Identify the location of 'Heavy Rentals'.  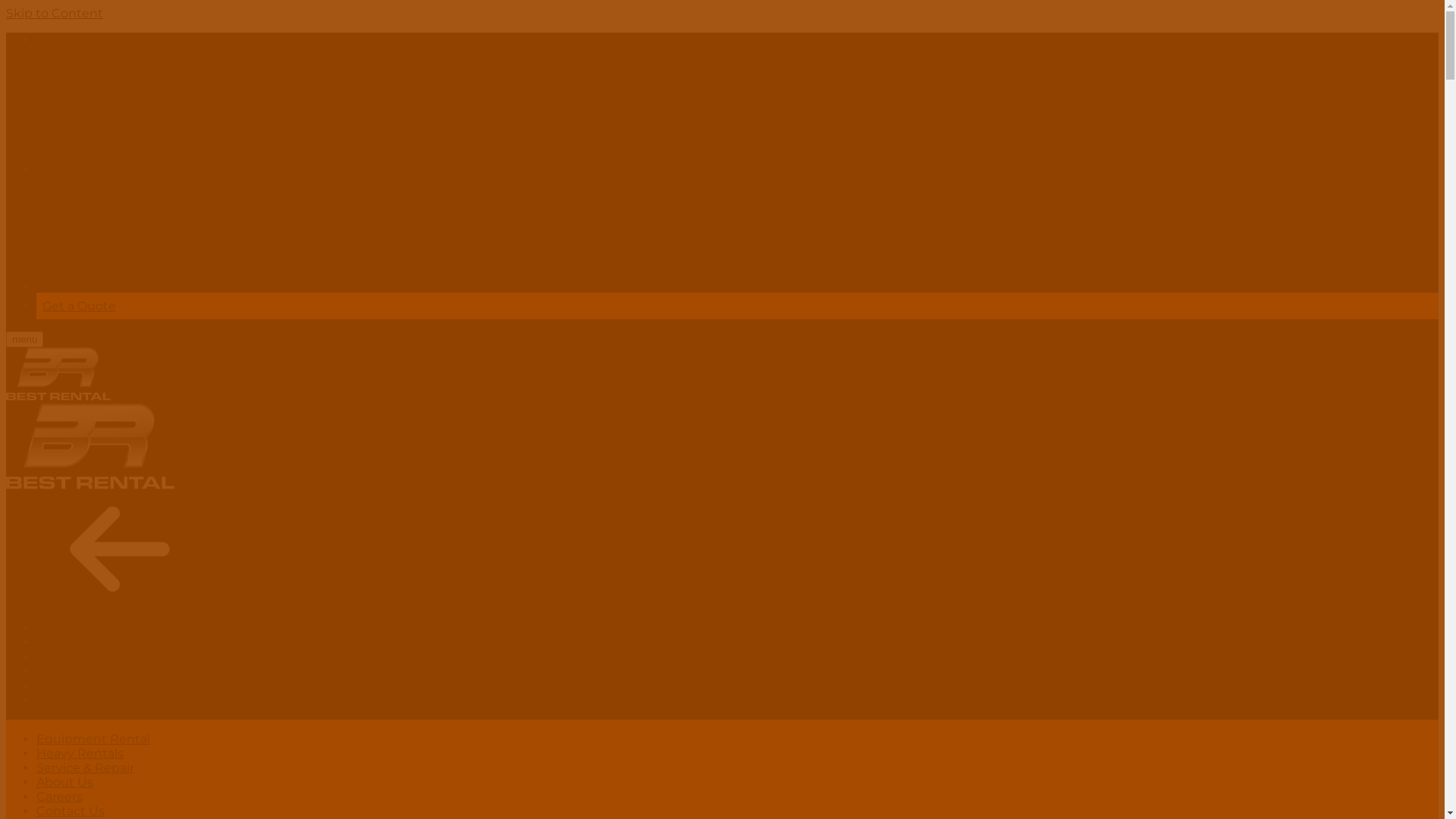
(79, 642).